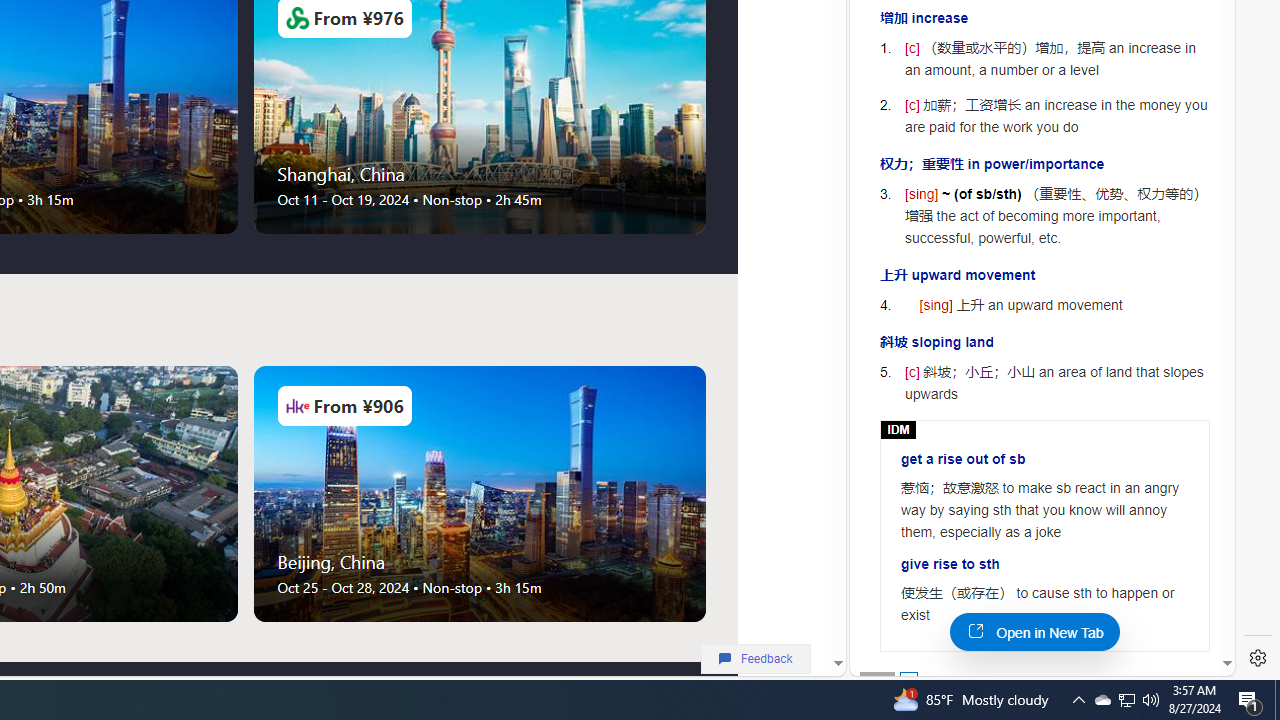 This screenshot has width=1280, height=720. I want to click on 'AutomationID: posbtn_1', so click(907, 679).